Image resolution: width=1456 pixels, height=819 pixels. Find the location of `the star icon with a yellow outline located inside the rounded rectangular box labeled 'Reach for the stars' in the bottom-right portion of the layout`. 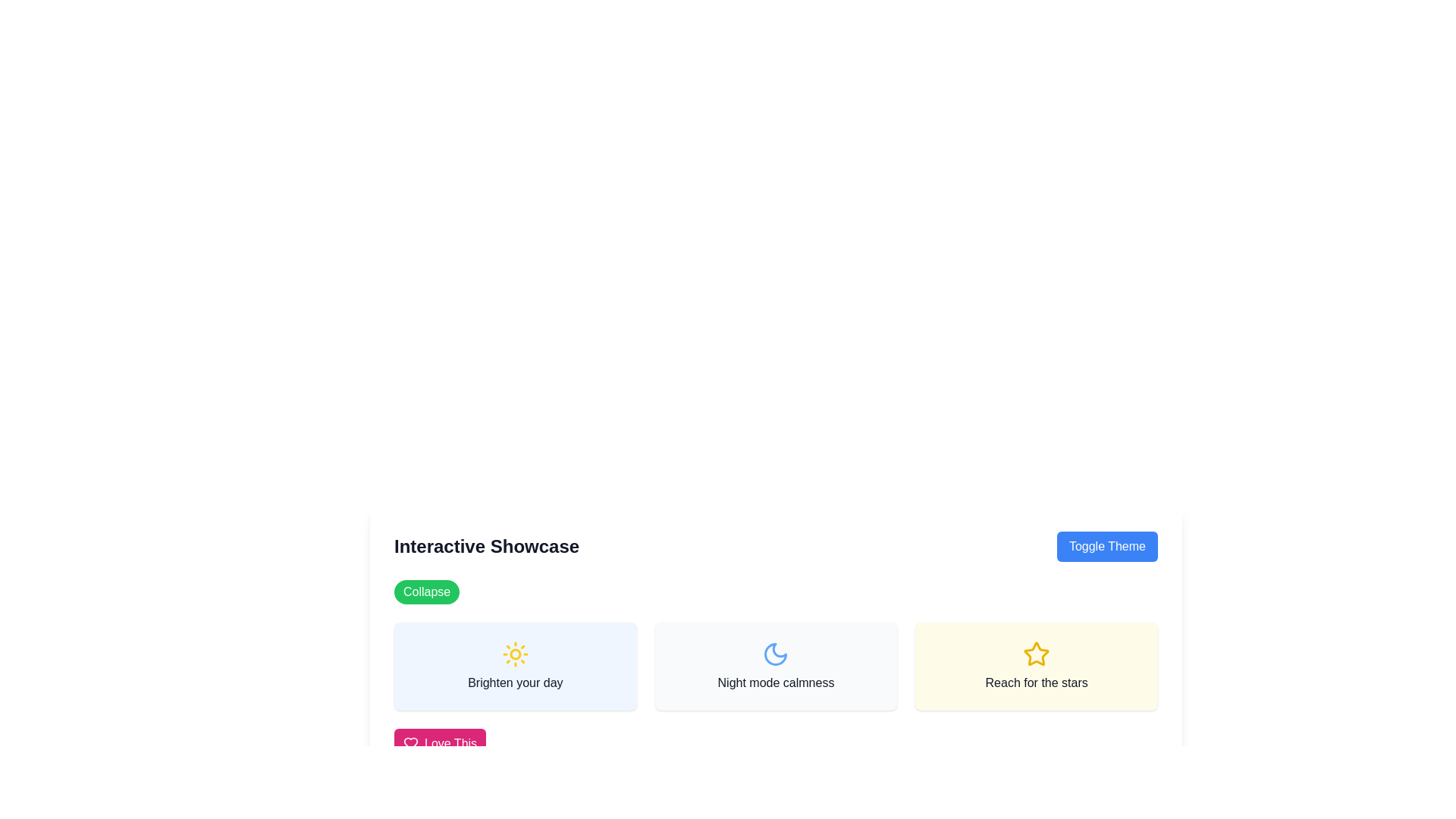

the star icon with a yellow outline located inside the rounded rectangular box labeled 'Reach for the stars' in the bottom-right portion of the layout is located at coordinates (1036, 654).